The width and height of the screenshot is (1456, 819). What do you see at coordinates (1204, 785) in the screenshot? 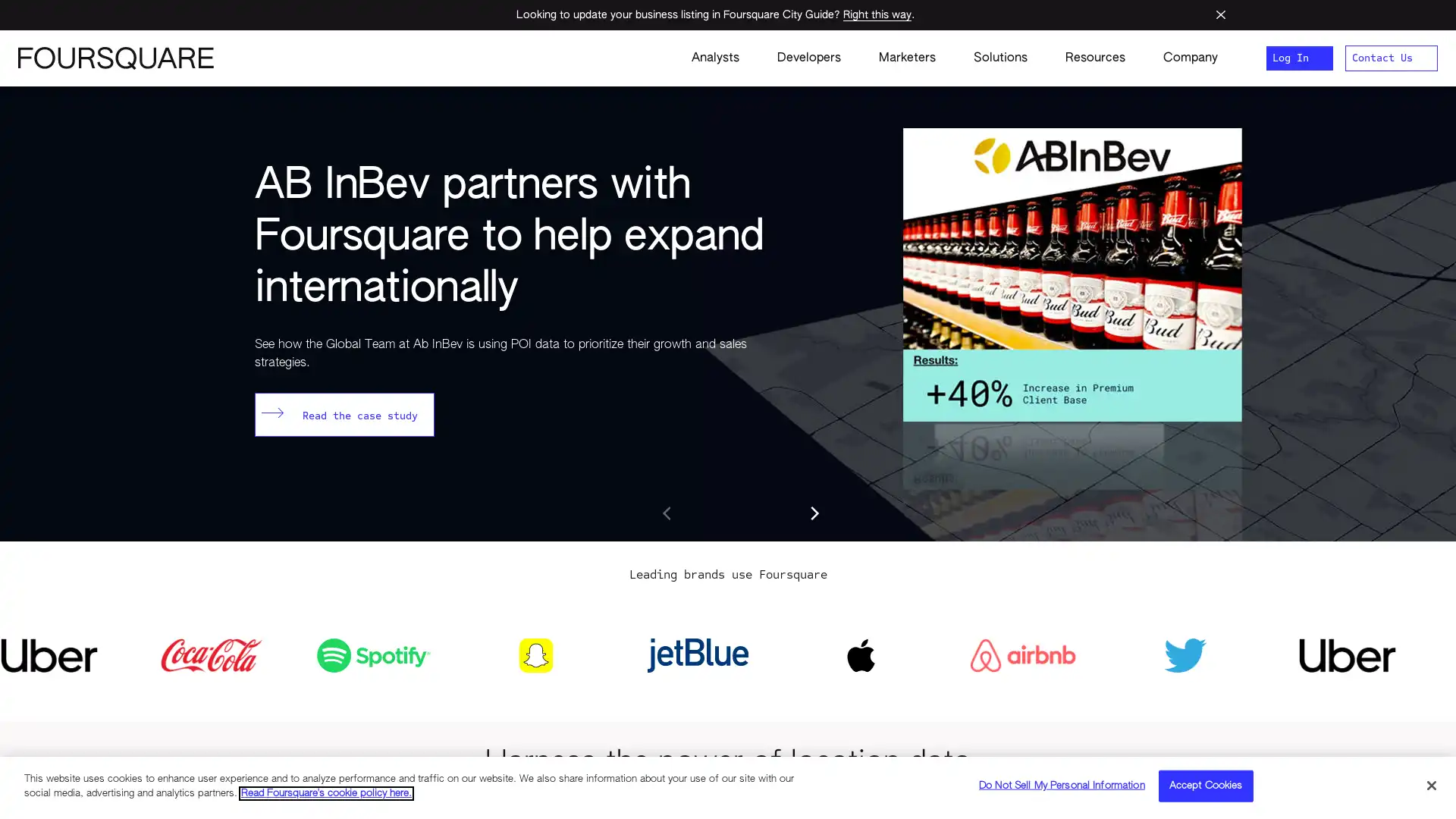
I see `Accept Cookies` at bounding box center [1204, 785].